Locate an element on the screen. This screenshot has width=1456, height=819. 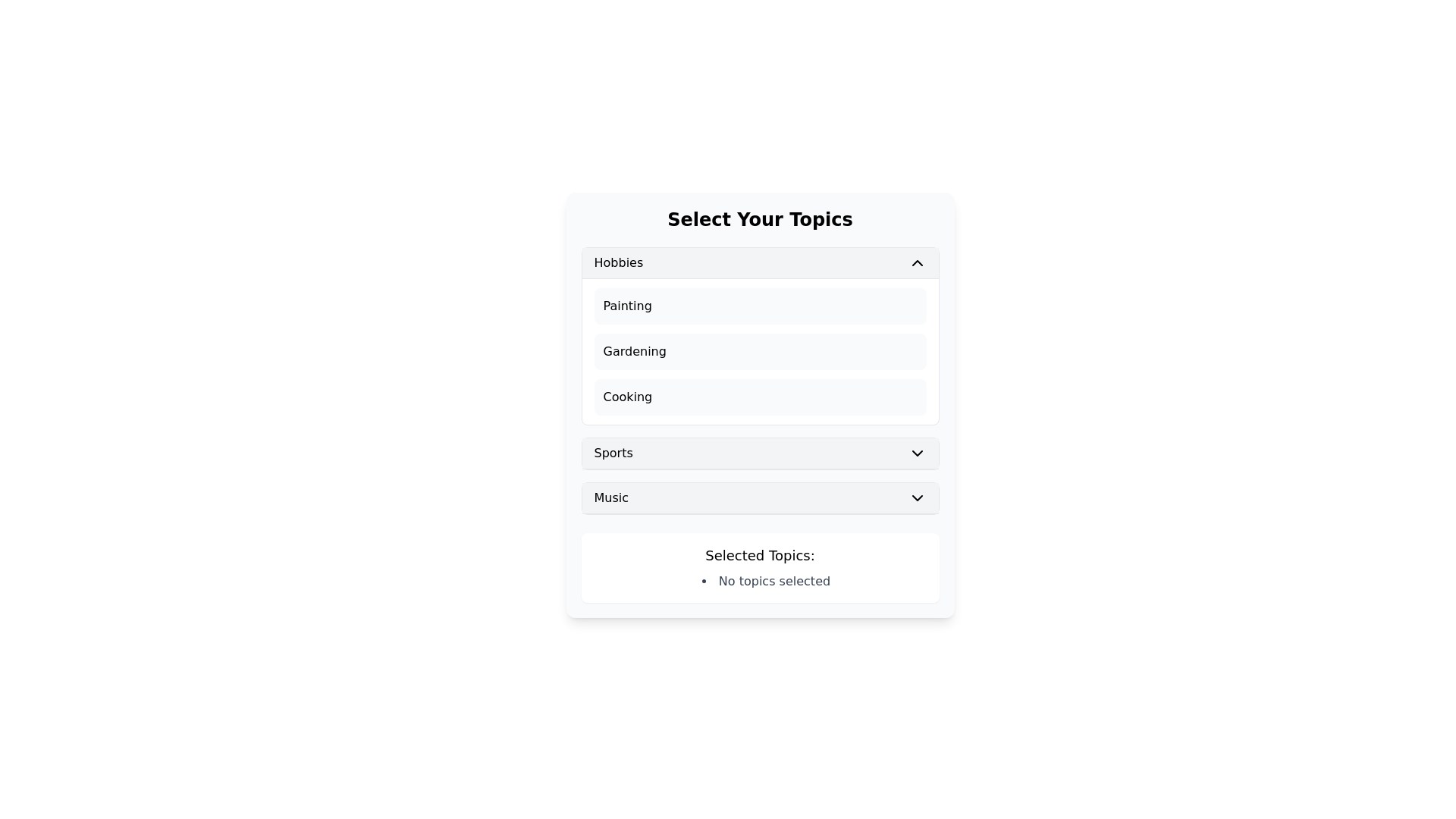
the 'Cooking' text label, which is styled in bold sans-serif font and is part of a selectable list of hobby topics is located at coordinates (627, 397).